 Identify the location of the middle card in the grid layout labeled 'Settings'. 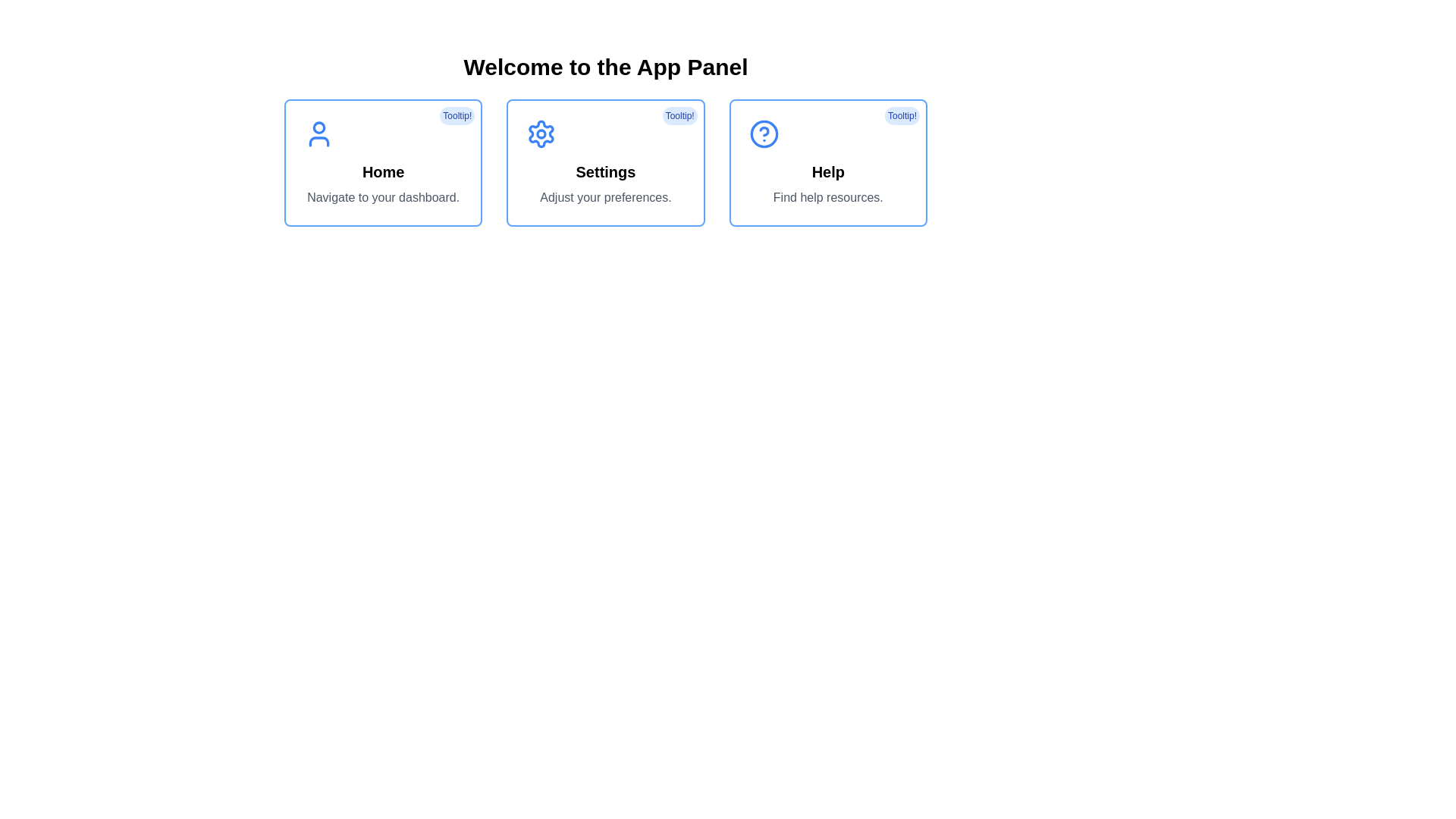
(604, 163).